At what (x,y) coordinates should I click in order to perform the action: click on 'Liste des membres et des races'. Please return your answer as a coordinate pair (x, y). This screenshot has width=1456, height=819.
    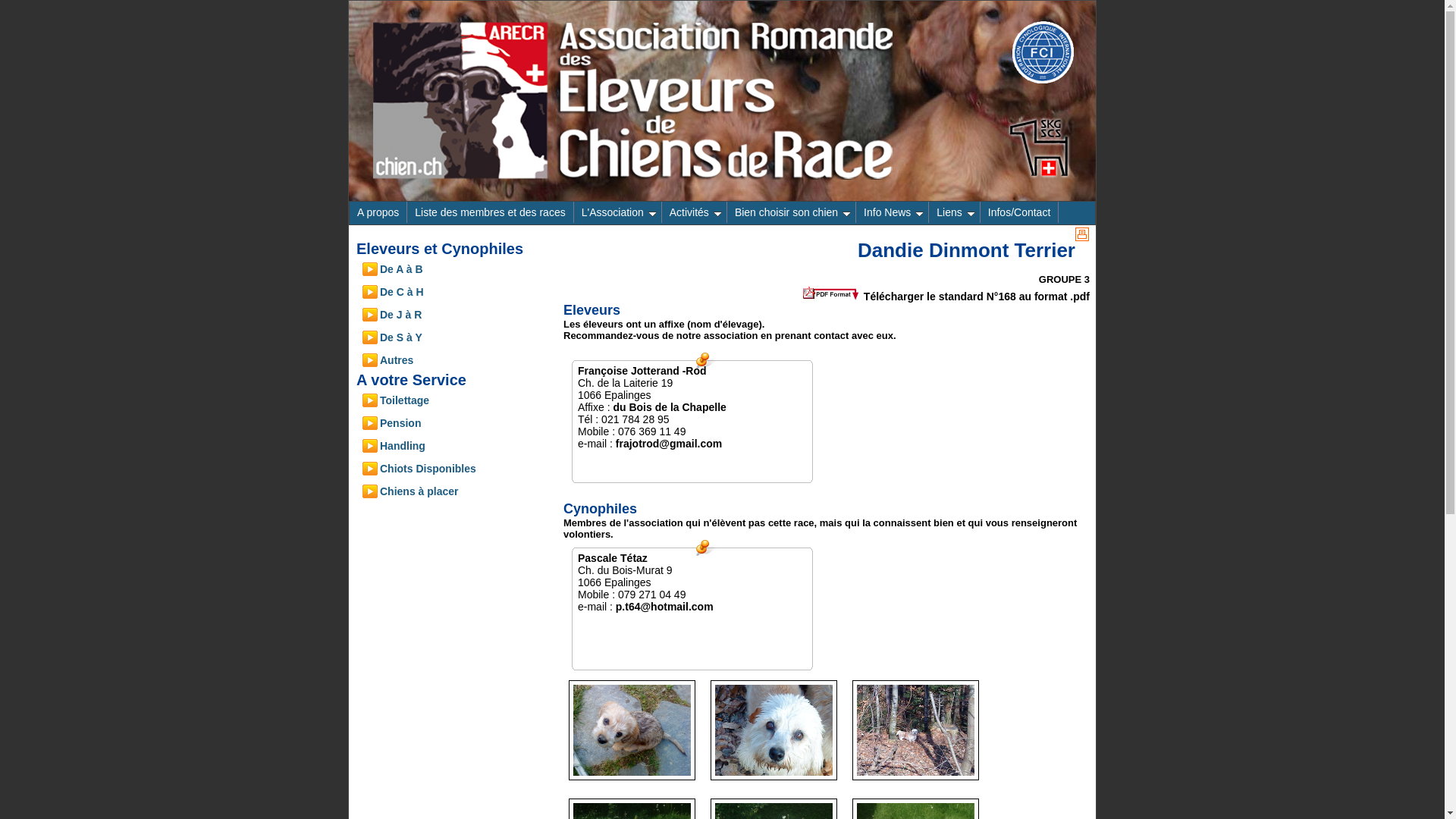
    Looking at the image, I should click on (407, 212).